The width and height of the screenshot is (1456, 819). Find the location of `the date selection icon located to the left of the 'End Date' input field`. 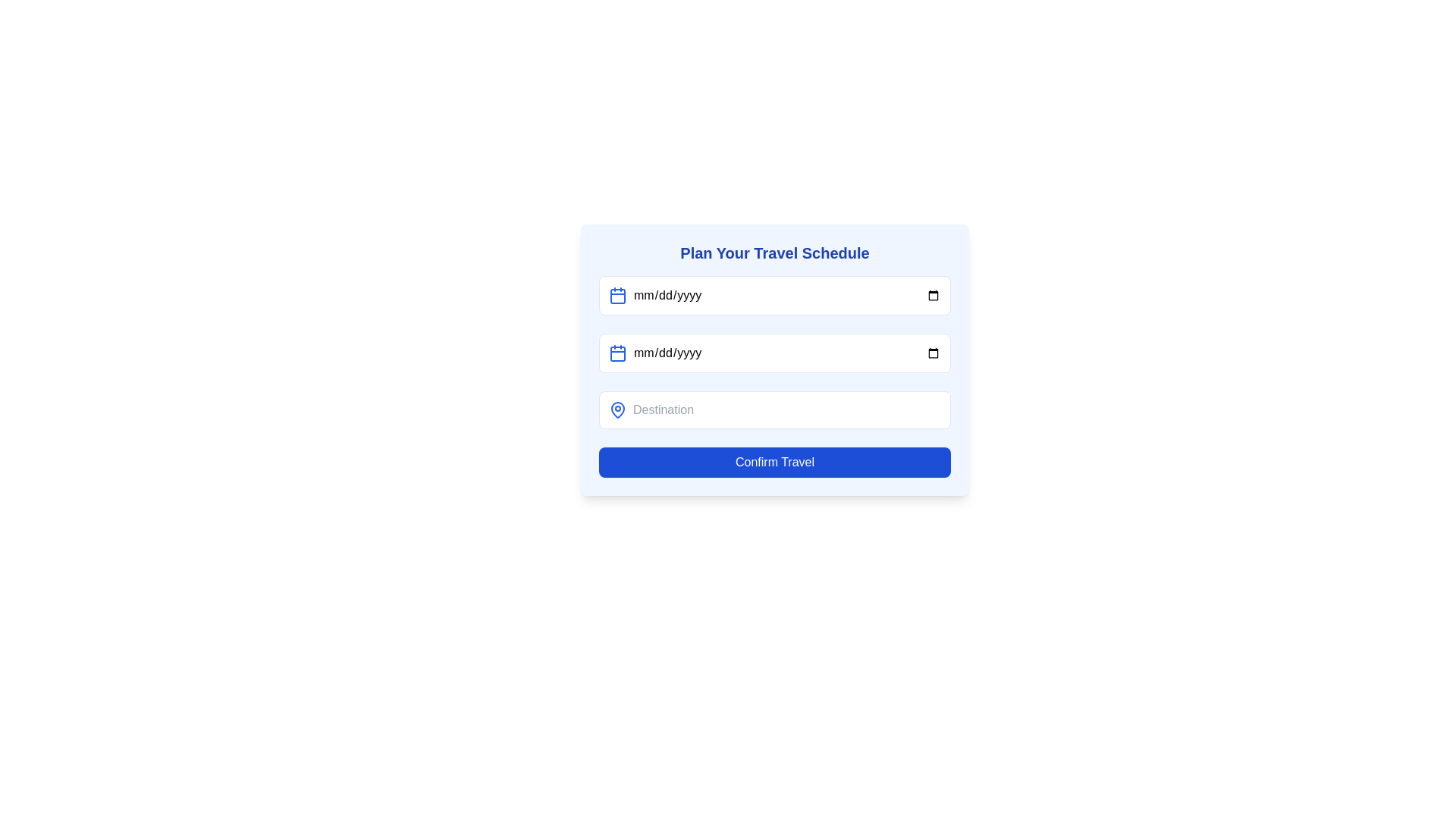

the date selection icon located to the left of the 'End Date' input field is located at coordinates (618, 353).